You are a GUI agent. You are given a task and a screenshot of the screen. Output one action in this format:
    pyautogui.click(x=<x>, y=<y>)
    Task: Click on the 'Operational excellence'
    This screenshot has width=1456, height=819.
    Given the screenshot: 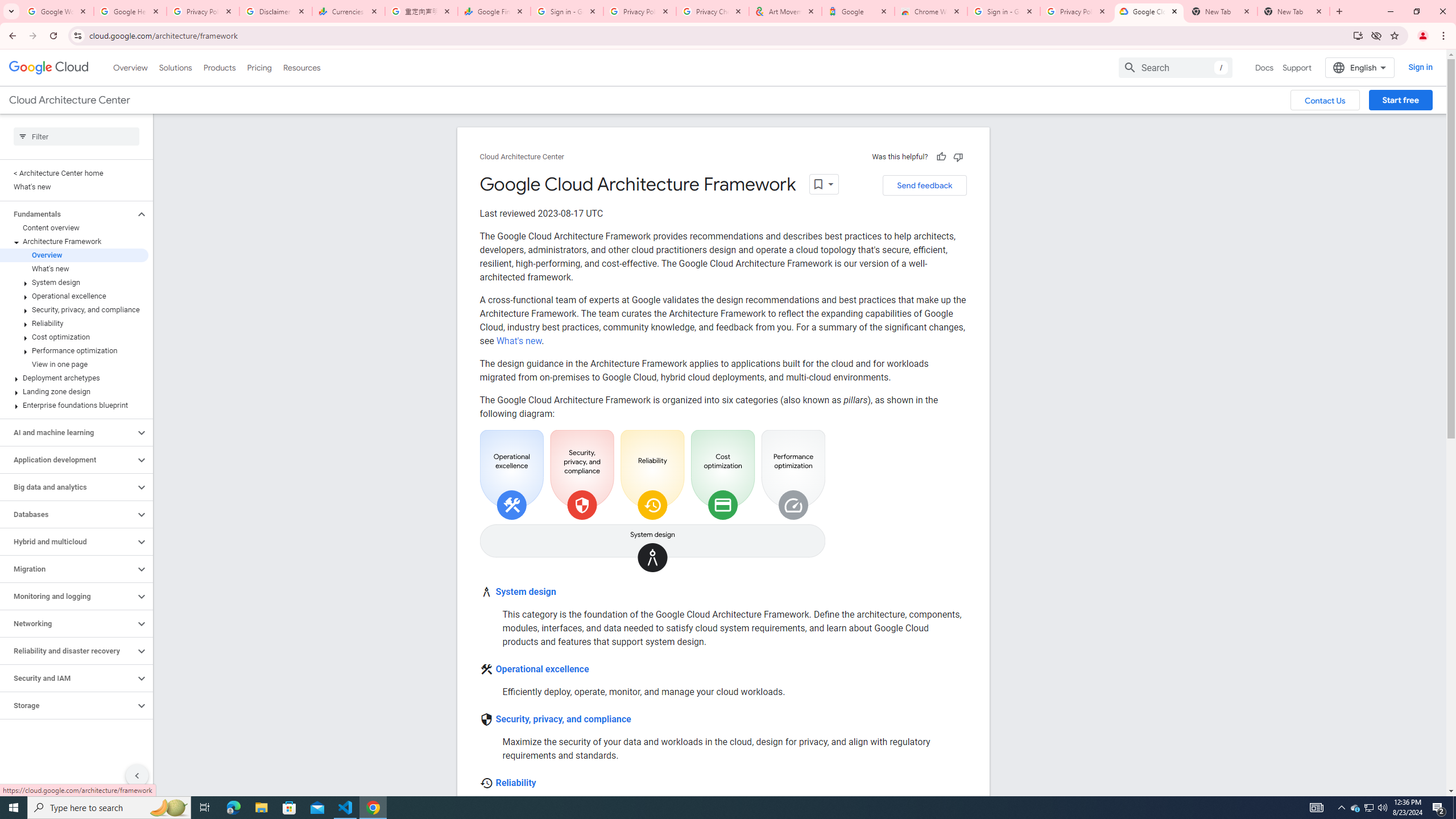 What is the action you would take?
    pyautogui.click(x=542, y=668)
    